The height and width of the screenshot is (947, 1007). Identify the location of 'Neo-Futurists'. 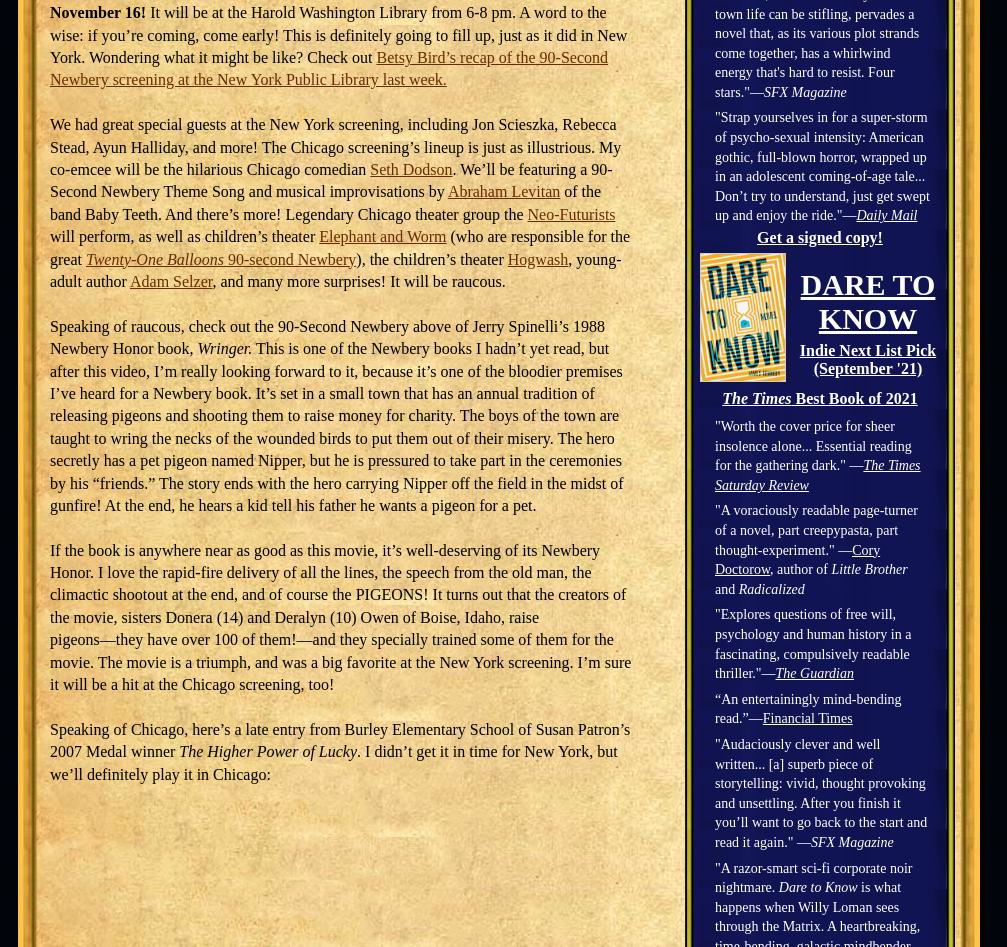
(525, 213).